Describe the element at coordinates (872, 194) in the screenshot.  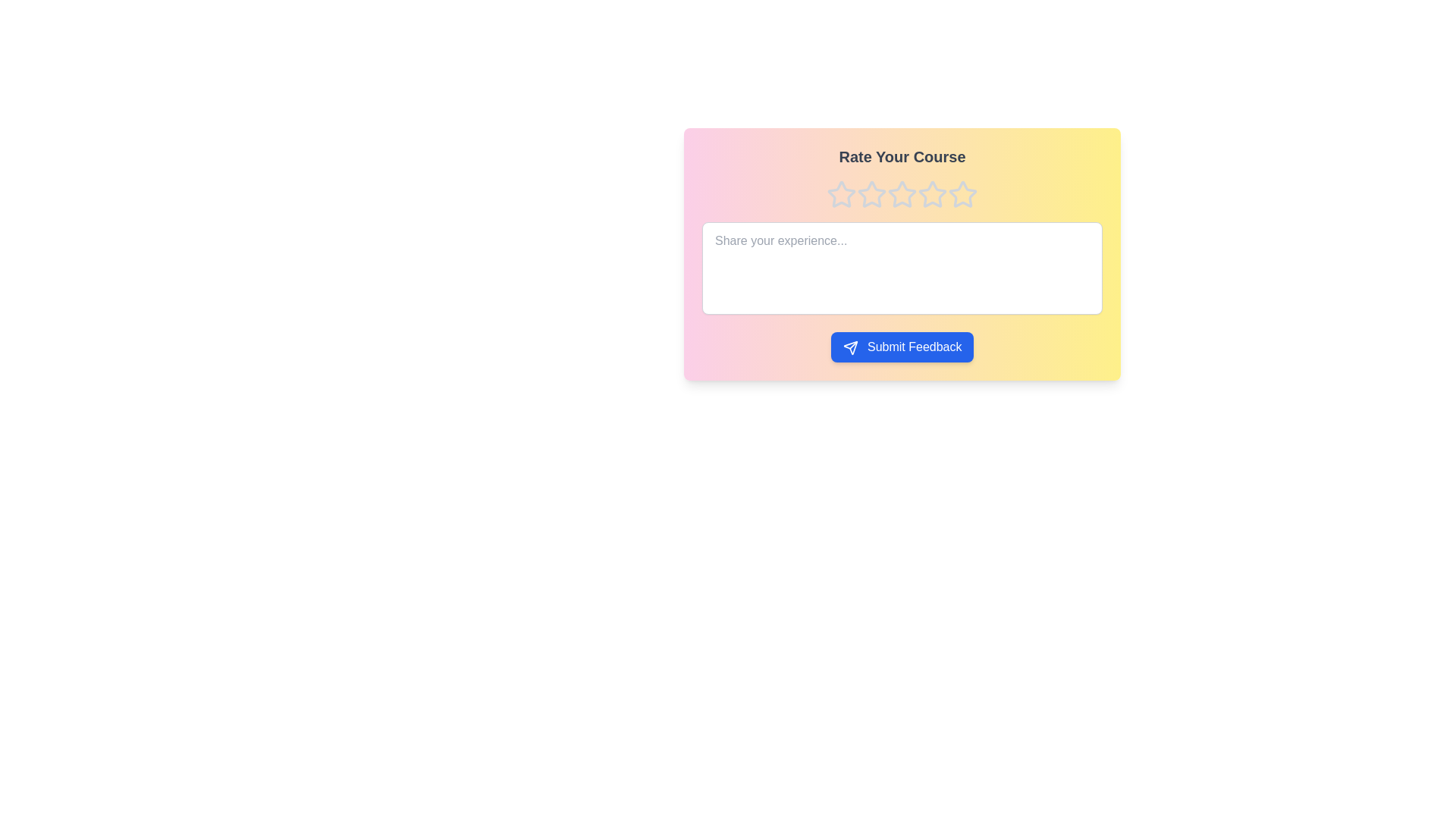
I see `the second interactive star icon for rating, located below the text 'Rate Your Course' in the feedback form box` at that location.